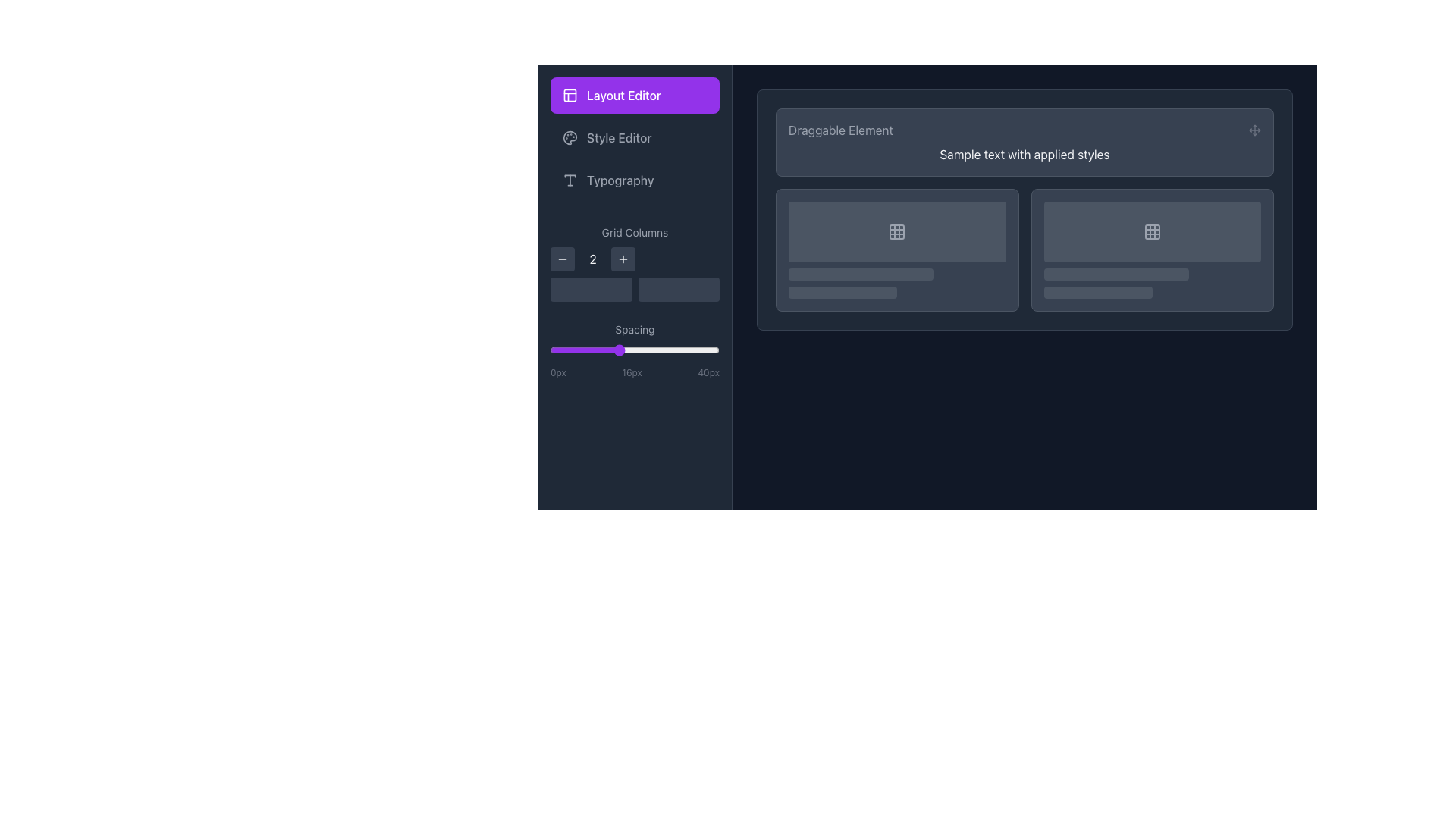 The image size is (1456, 819). What do you see at coordinates (610, 350) in the screenshot?
I see `spacing` at bounding box center [610, 350].